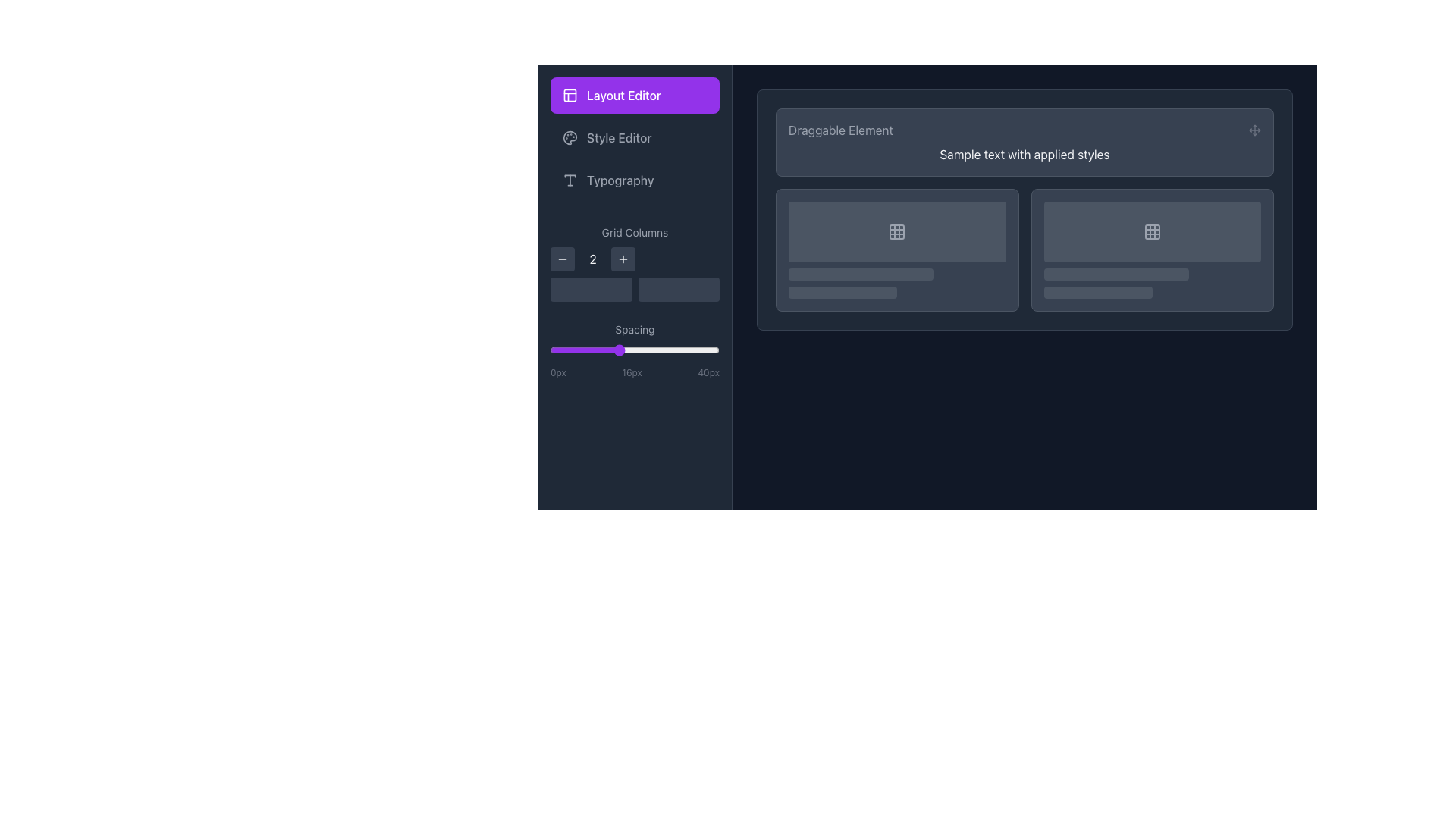 The image size is (1456, 819). What do you see at coordinates (610, 350) in the screenshot?
I see `spacing` at bounding box center [610, 350].